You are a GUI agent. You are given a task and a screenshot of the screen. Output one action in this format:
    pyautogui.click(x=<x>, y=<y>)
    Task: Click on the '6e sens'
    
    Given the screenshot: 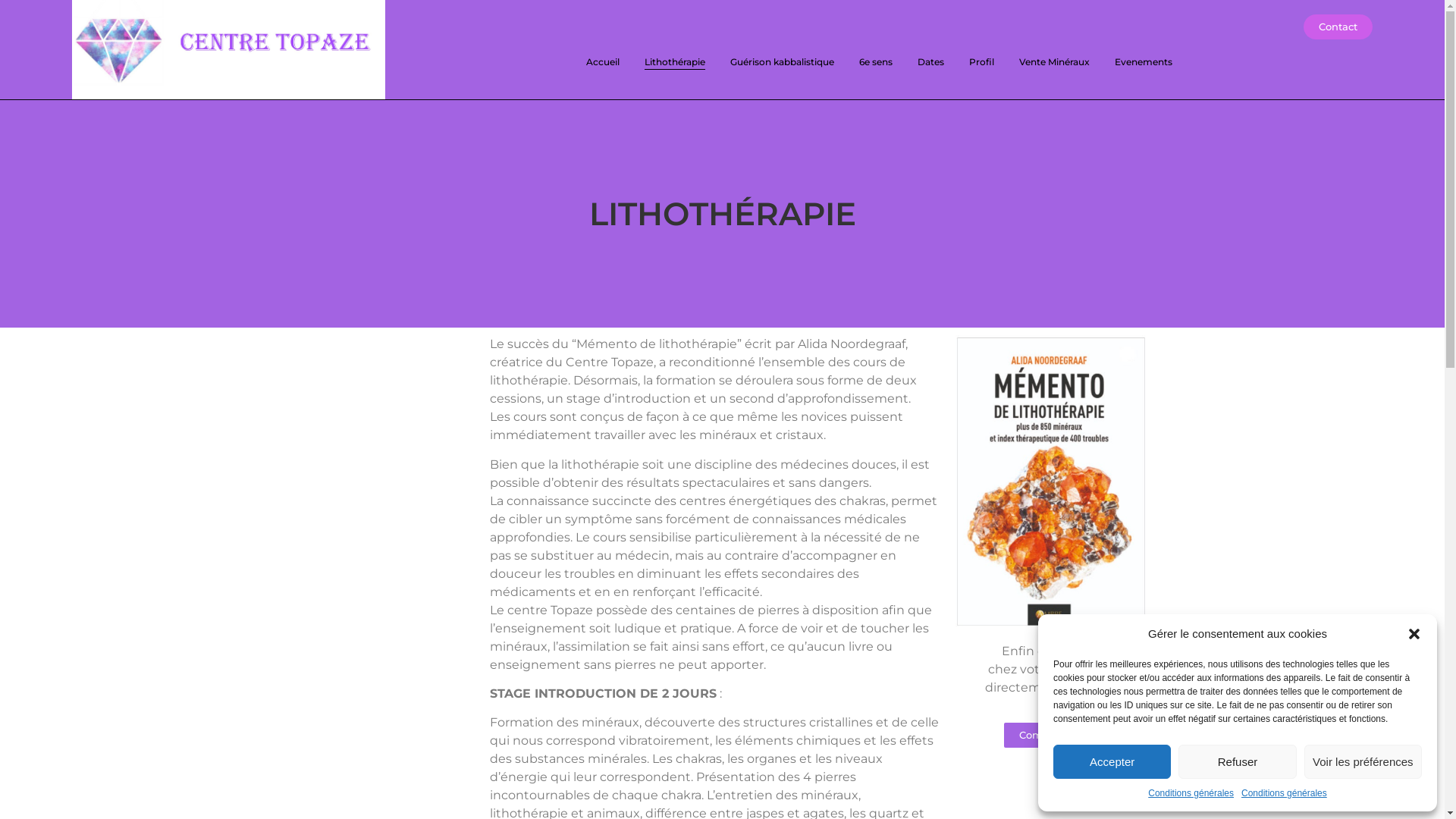 What is the action you would take?
    pyautogui.click(x=874, y=61)
    